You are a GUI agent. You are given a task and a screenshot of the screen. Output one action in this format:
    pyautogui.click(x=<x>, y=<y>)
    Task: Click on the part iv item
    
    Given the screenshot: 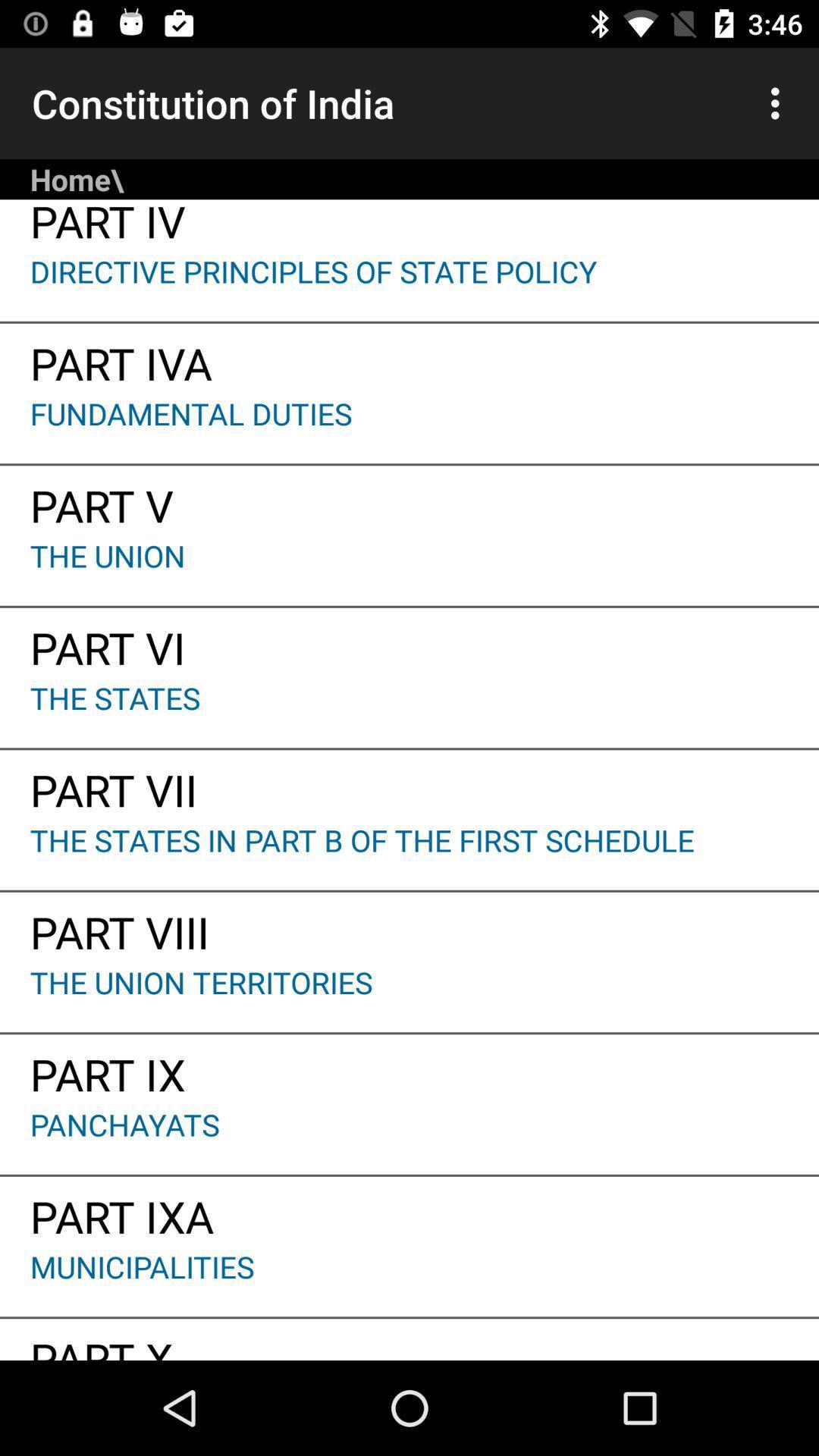 What is the action you would take?
    pyautogui.click(x=409, y=224)
    